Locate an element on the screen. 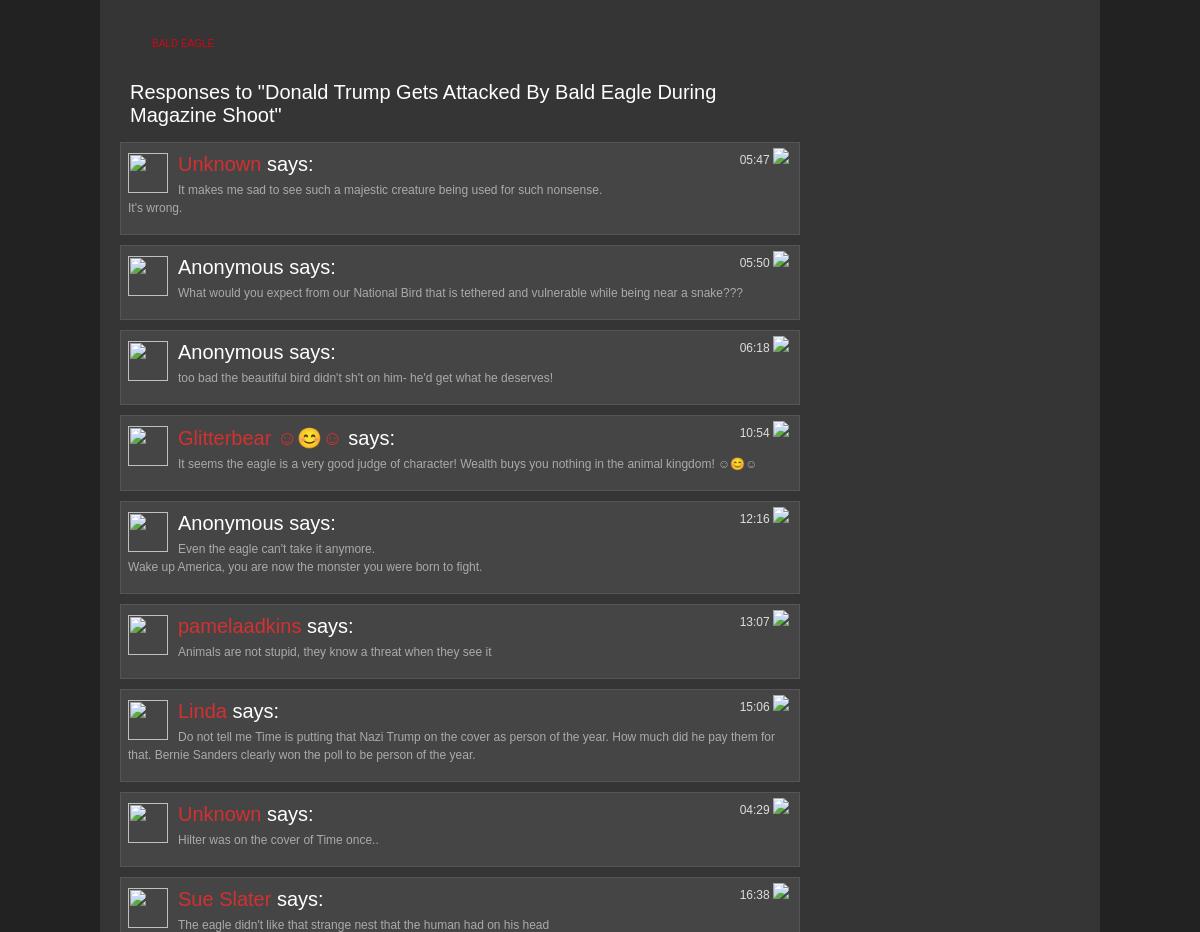  'bald eagle' is located at coordinates (182, 41).